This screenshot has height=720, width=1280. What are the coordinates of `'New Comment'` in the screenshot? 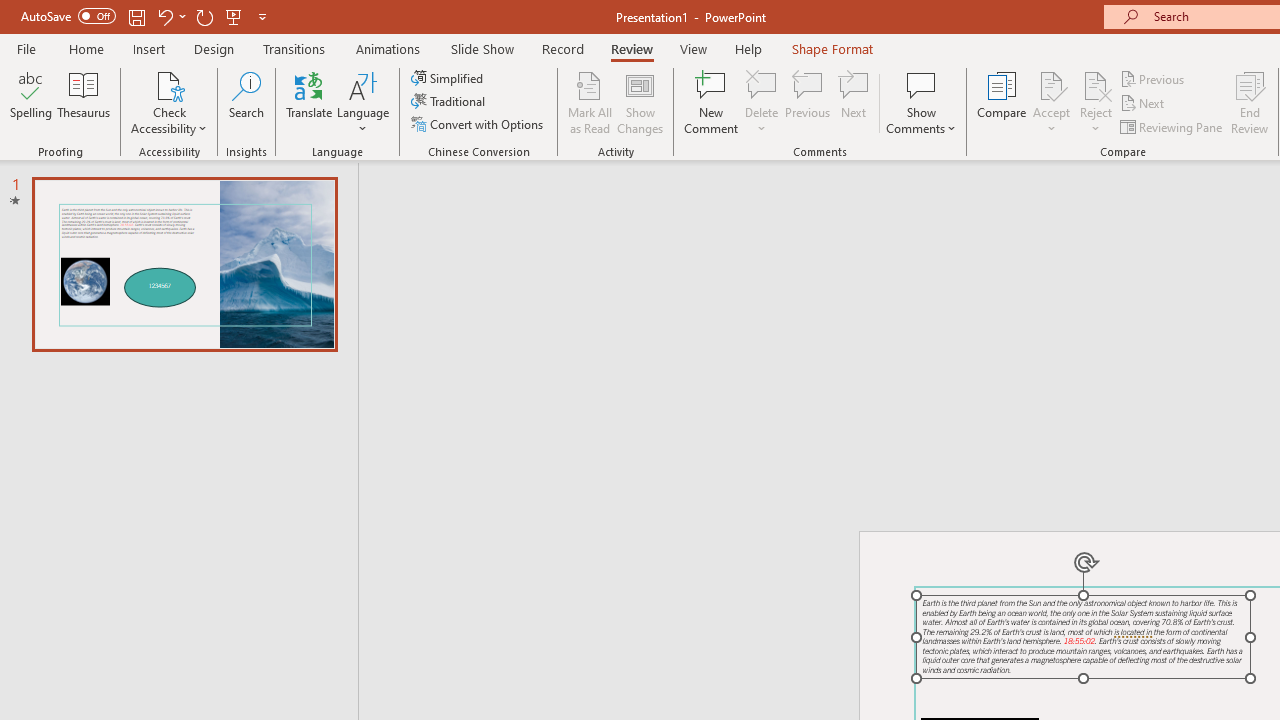 It's located at (711, 103).